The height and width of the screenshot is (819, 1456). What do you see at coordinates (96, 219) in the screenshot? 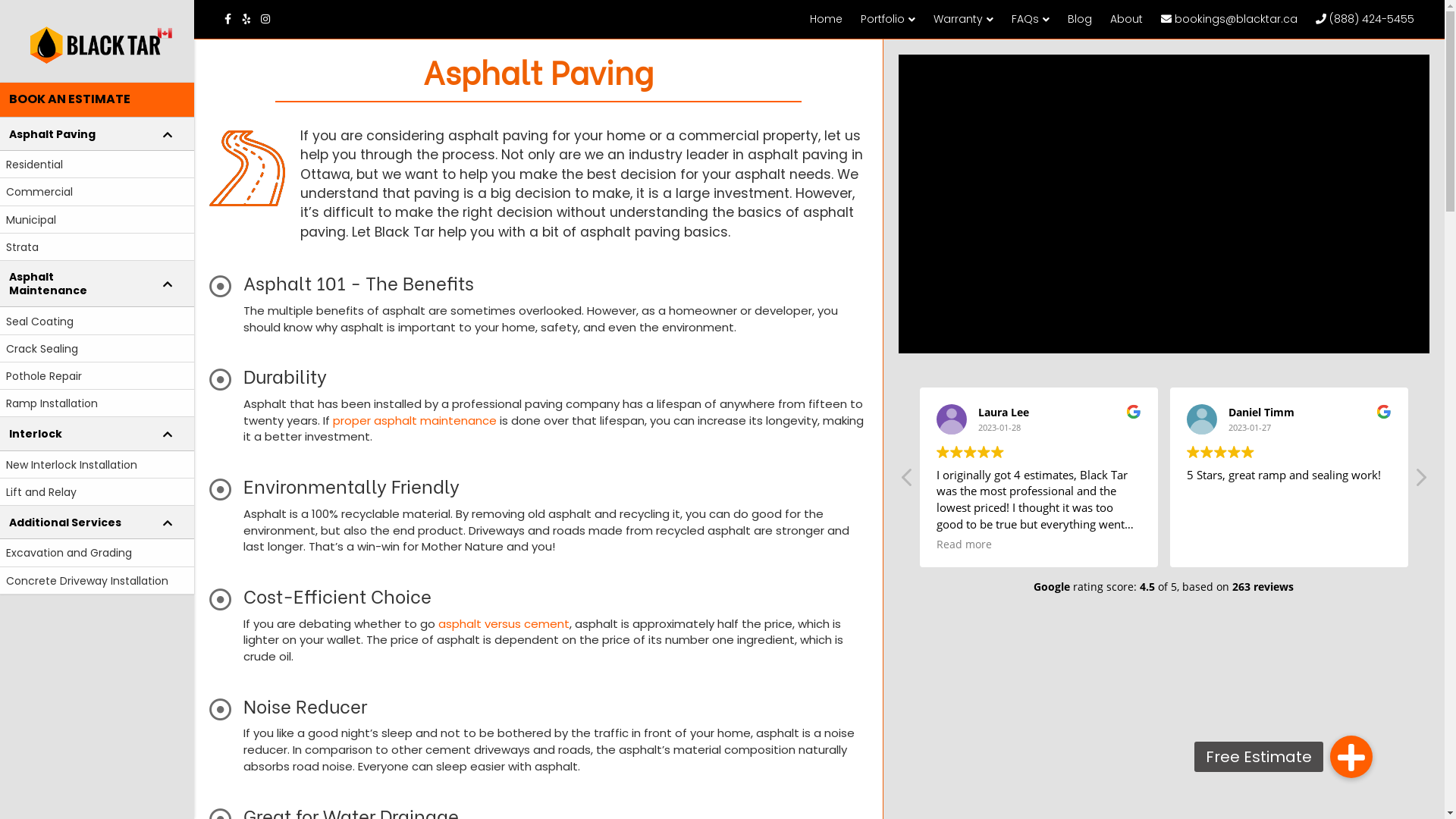
I see `'Municipal'` at bounding box center [96, 219].